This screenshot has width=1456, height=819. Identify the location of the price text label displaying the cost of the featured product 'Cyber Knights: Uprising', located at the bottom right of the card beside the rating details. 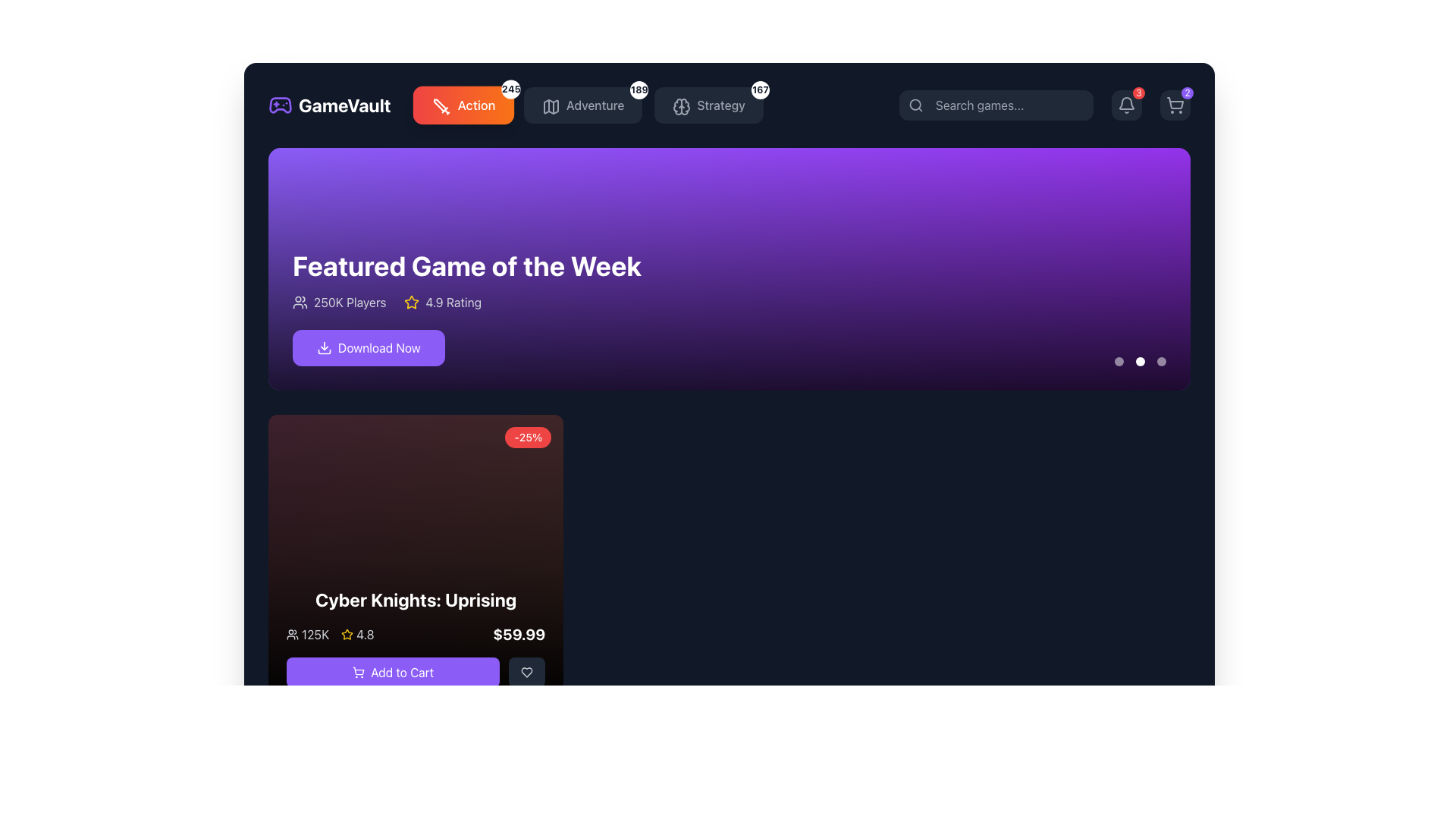
(519, 635).